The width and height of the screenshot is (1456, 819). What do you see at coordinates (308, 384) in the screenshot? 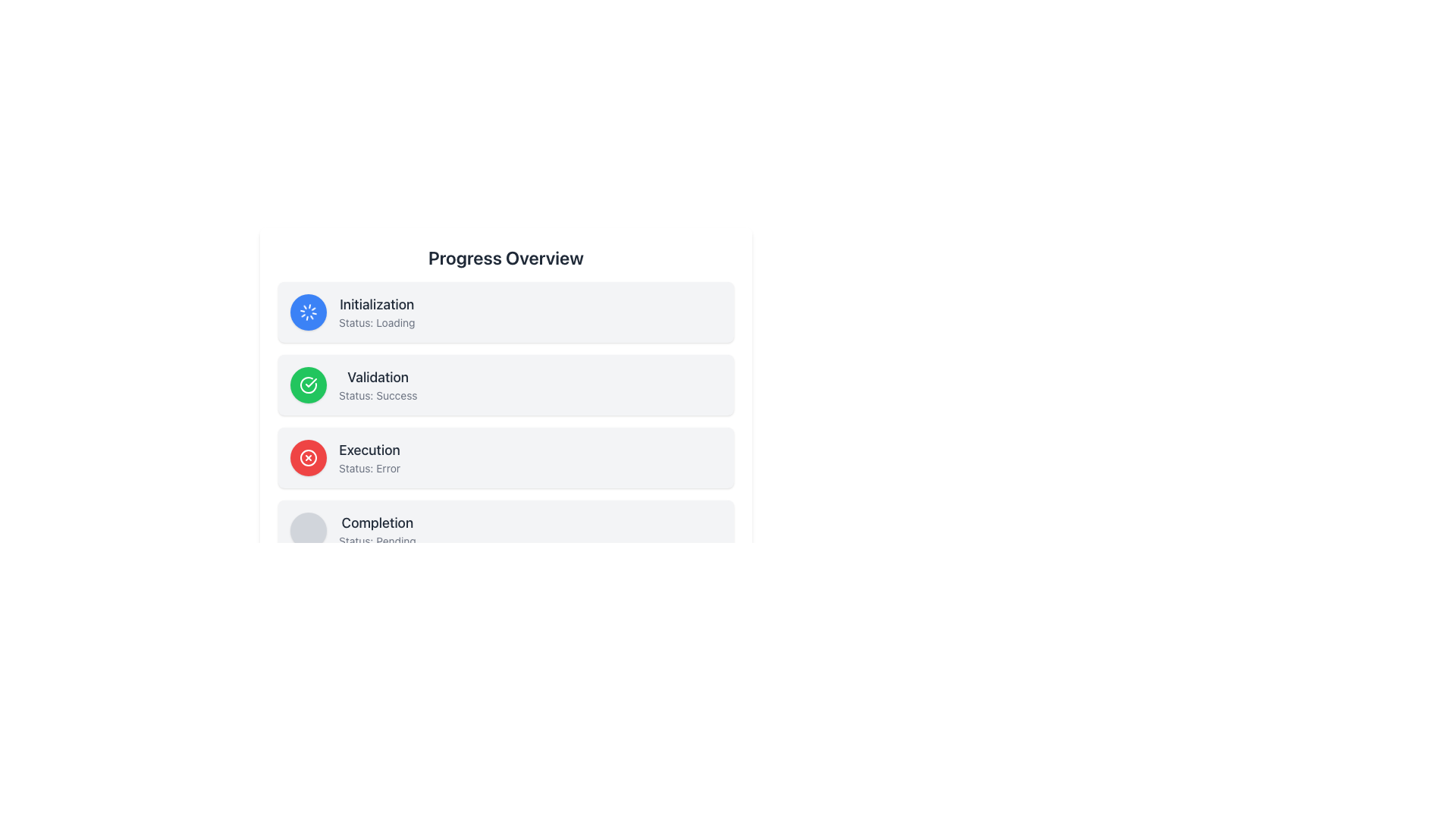
I see `the green status indicator icon with a checkmark symbol located to the left of the text components in the 'Validation' status section` at bounding box center [308, 384].